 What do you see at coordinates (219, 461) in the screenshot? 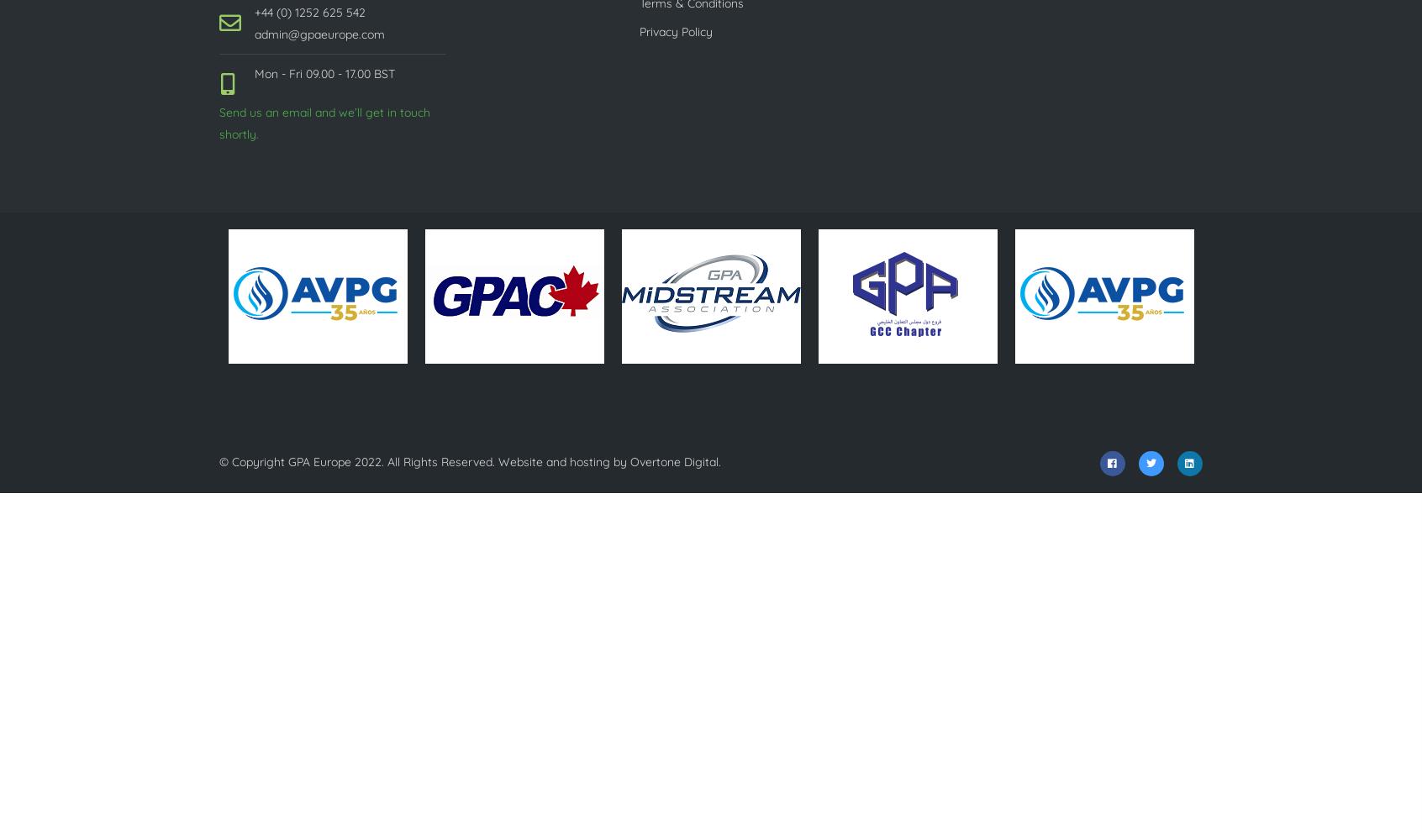
I see `'© Copyright'` at bounding box center [219, 461].